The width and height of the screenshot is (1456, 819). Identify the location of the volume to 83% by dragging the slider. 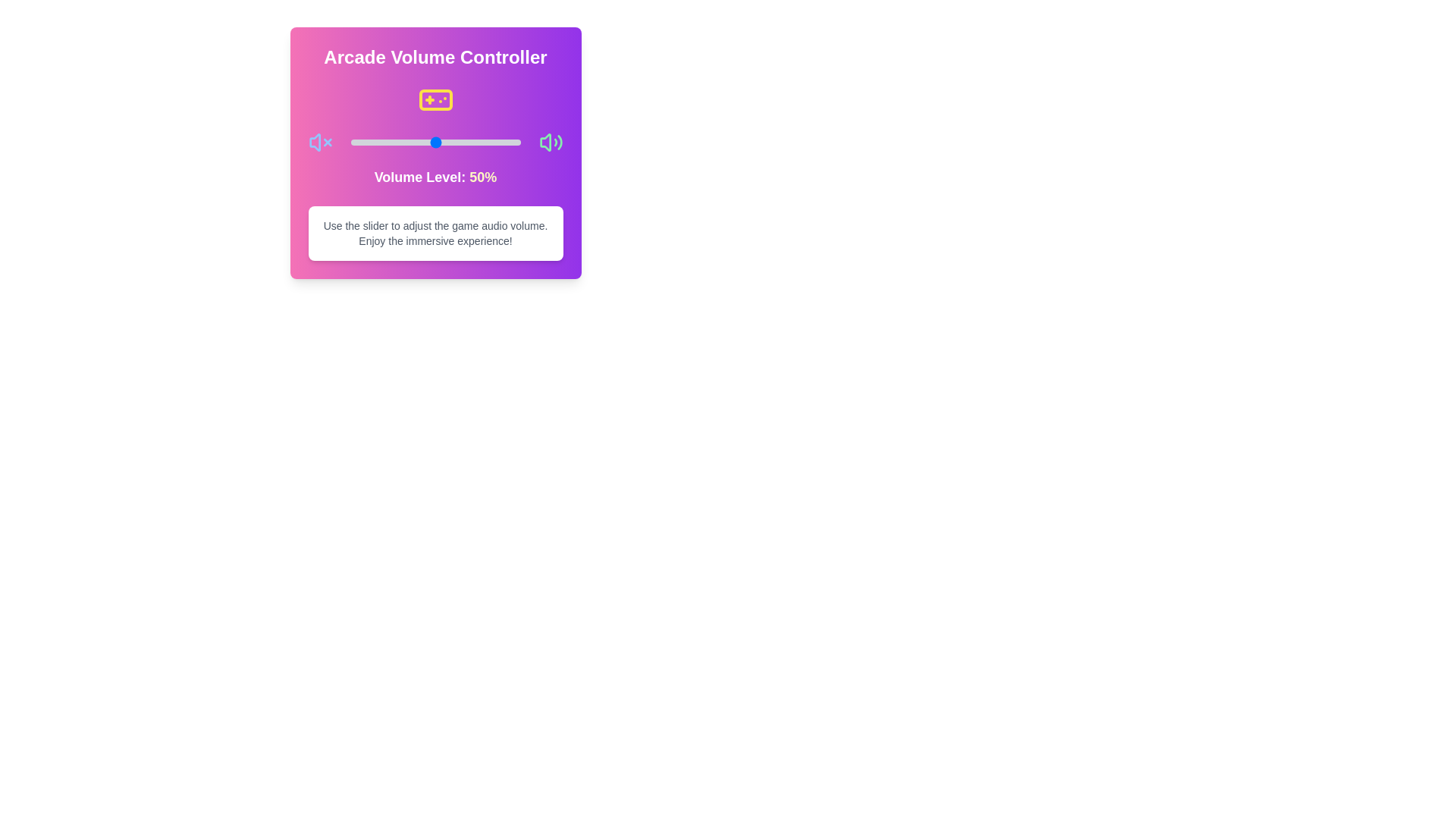
(491, 143).